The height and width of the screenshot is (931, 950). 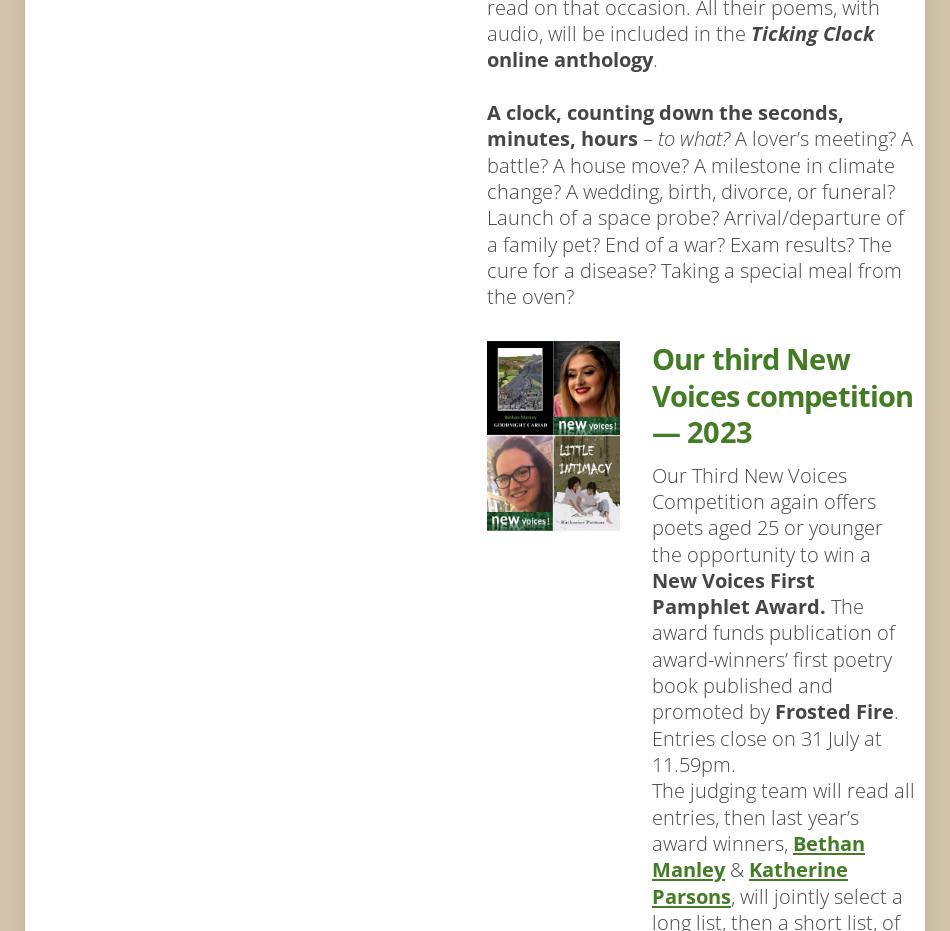 I want to click on 'A lover’s meeting? A battle? A house move? A milestone in climate change? A wedding, birth, divorce, or funeral? Launch of a space probe? Arrival/departure of a family pet? End of a war? Exam results? The cure for a disease? Taking a special meal from the oven?', so click(x=699, y=217).